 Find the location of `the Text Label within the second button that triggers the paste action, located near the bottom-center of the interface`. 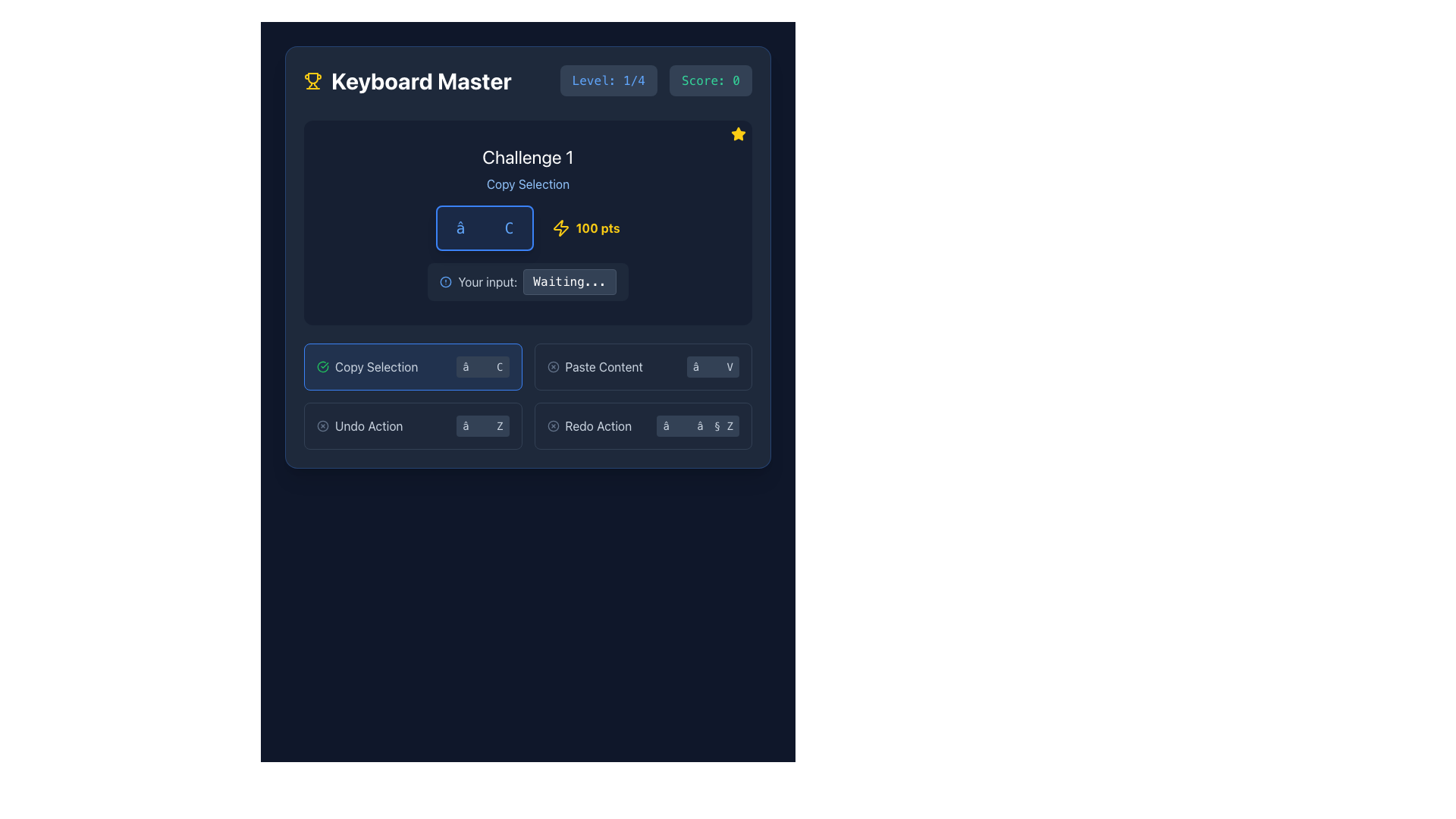

the Text Label within the second button that triggers the paste action, located near the bottom-center of the interface is located at coordinates (603, 366).